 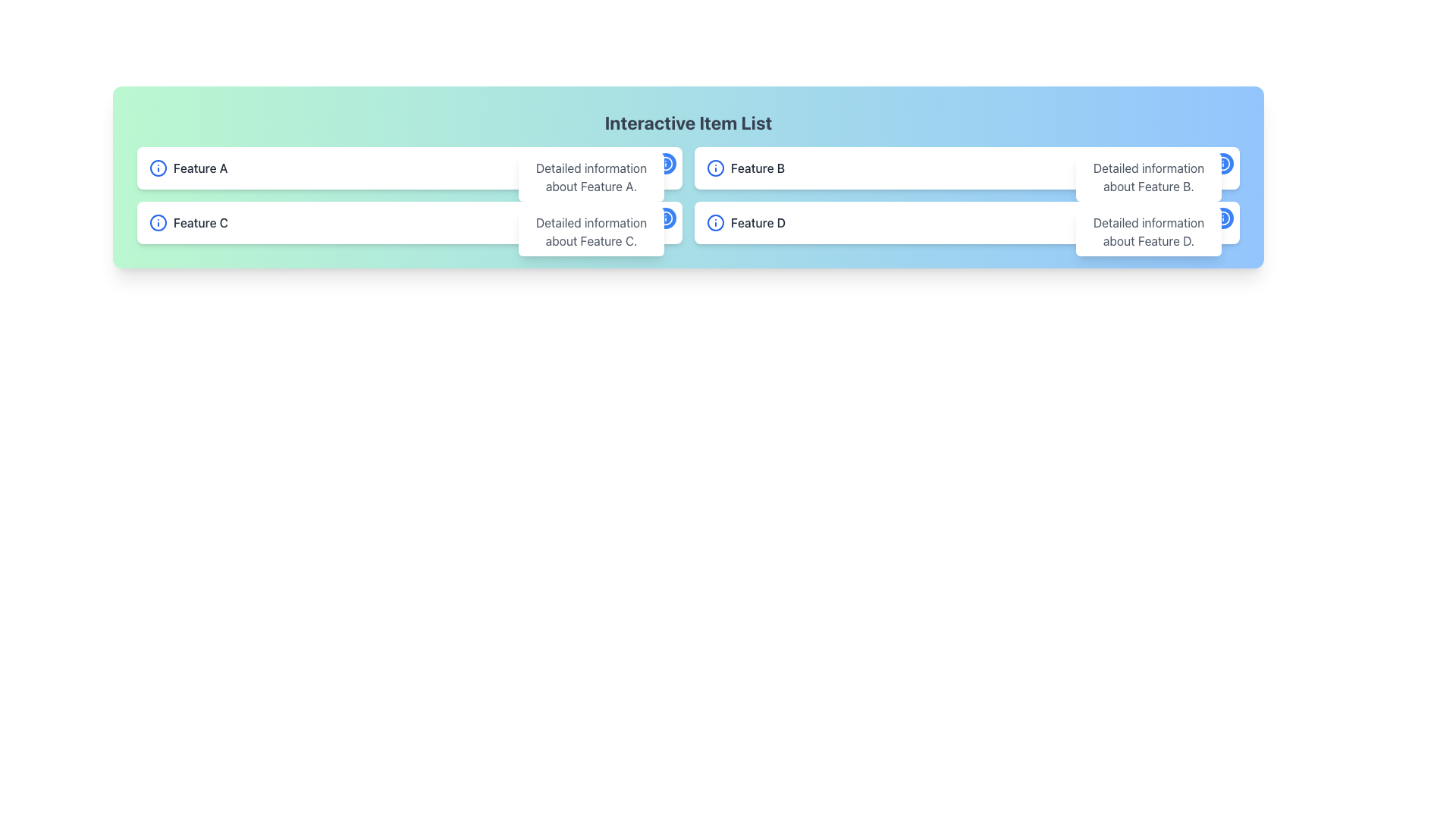 What do you see at coordinates (1222, 164) in the screenshot?
I see `the information icon located on the right side of the second list item in the blue section of the interface` at bounding box center [1222, 164].